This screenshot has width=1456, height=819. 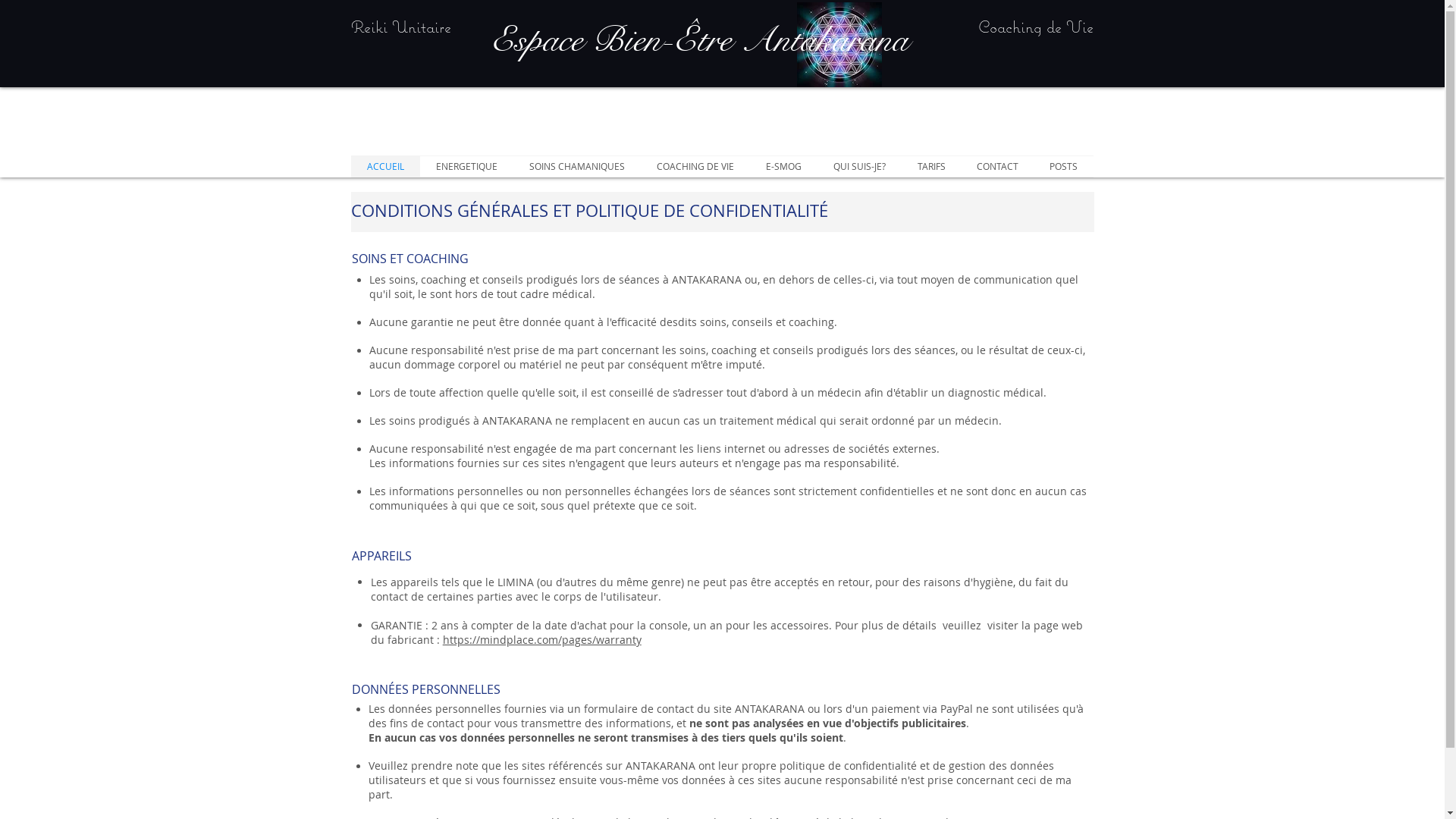 I want to click on 'TARIFS', so click(x=930, y=166).